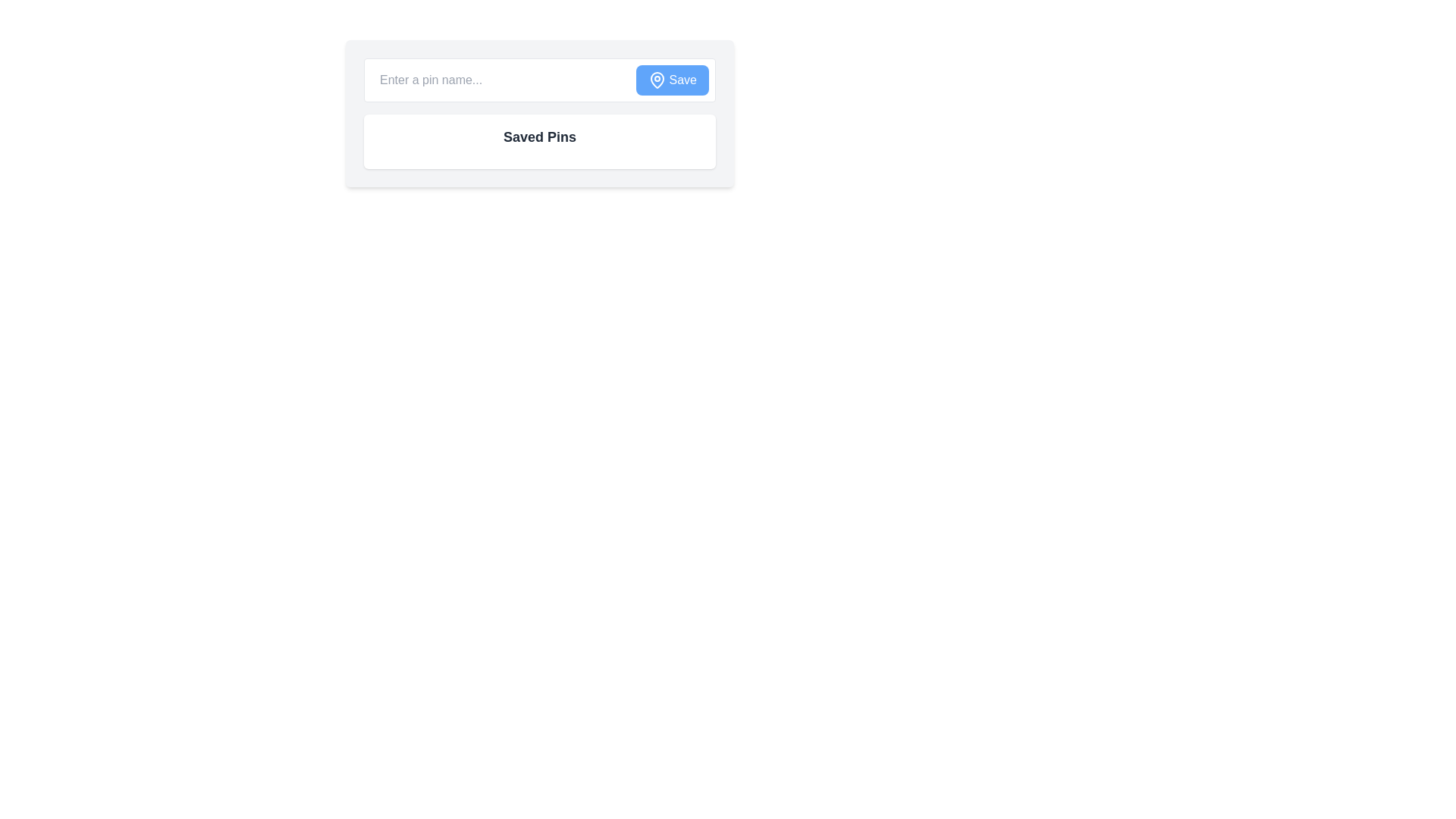 This screenshot has height=819, width=1456. Describe the element at coordinates (657, 80) in the screenshot. I see `the 'Save' icon, which is positioned to the left of the text 'Save' in a blue rounded rectangular button at the top right of the main section` at that location.